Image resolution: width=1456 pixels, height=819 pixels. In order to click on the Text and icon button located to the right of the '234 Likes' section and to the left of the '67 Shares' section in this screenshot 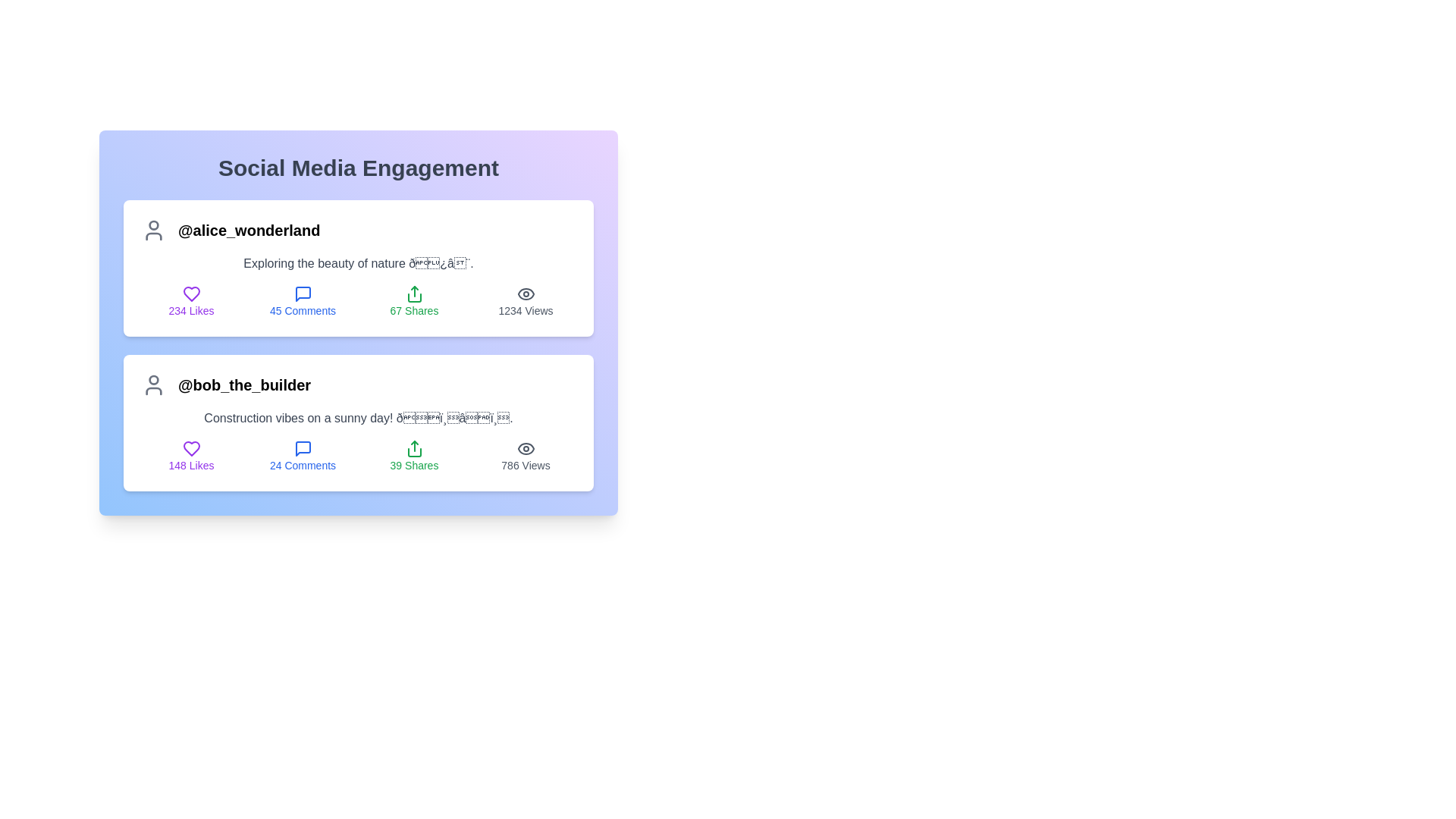, I will do `click(303, 301)`.